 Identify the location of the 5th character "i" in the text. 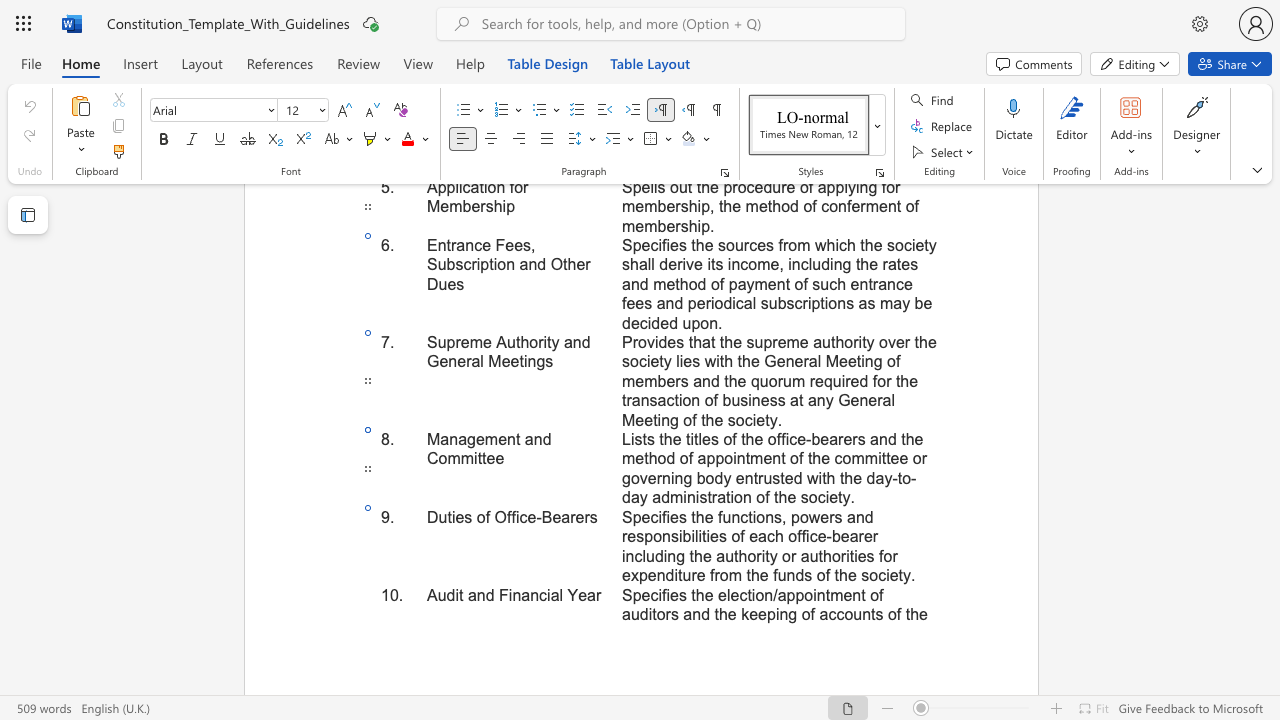
(650, 613).